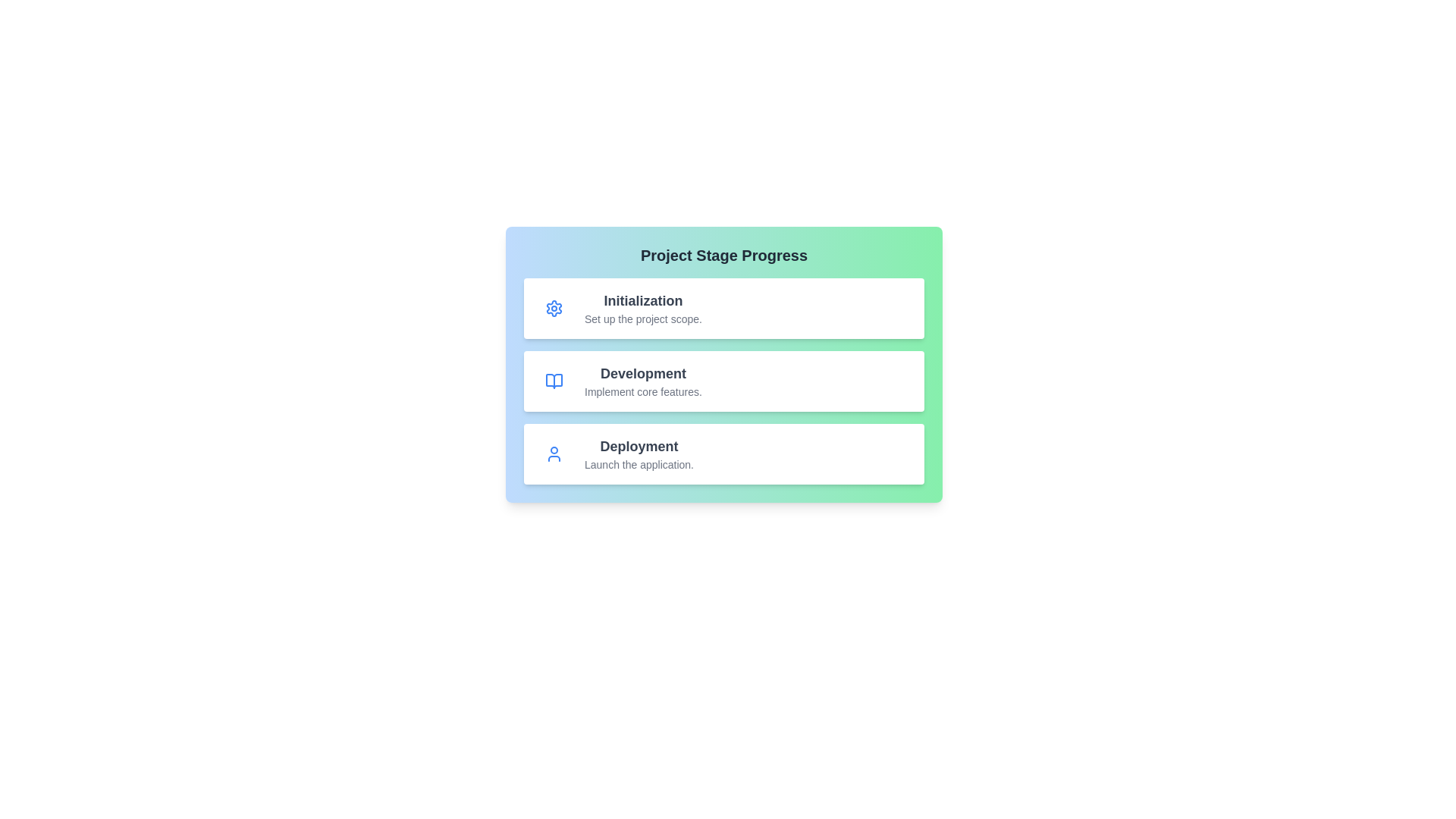  What do you see at coordinates (643, 380) in the screenshot?
I see `the text element that reads 'Development' in bold, located within a white card, which is the second card in a vertical sequence` at bounding box center [643, 380].